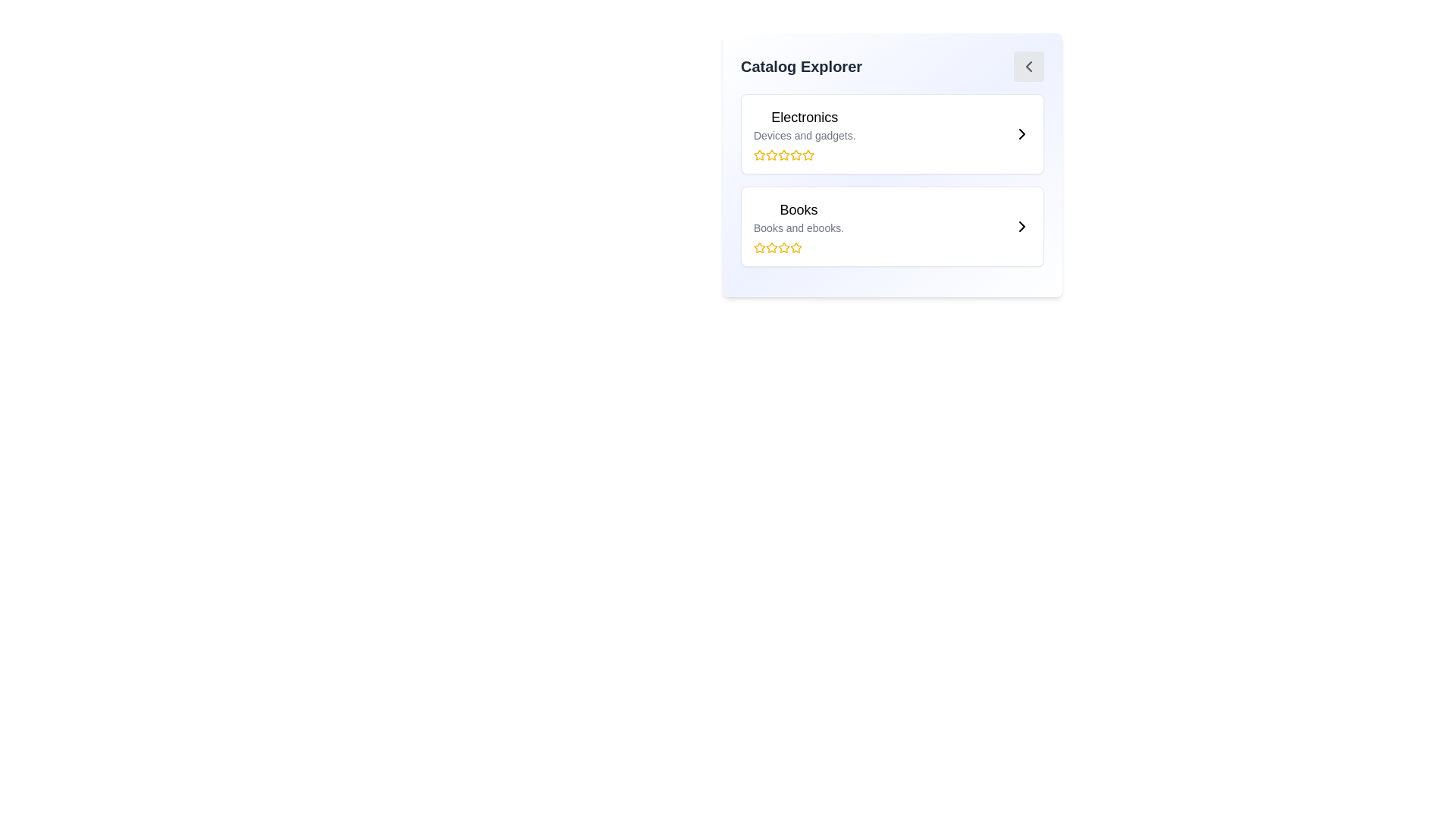 The width and height of the screenshot is (1456, 819). I want to click on the selectable card labeled 'Electronics', which is the first item in a vertically stacked list of options, so click(892, 133).